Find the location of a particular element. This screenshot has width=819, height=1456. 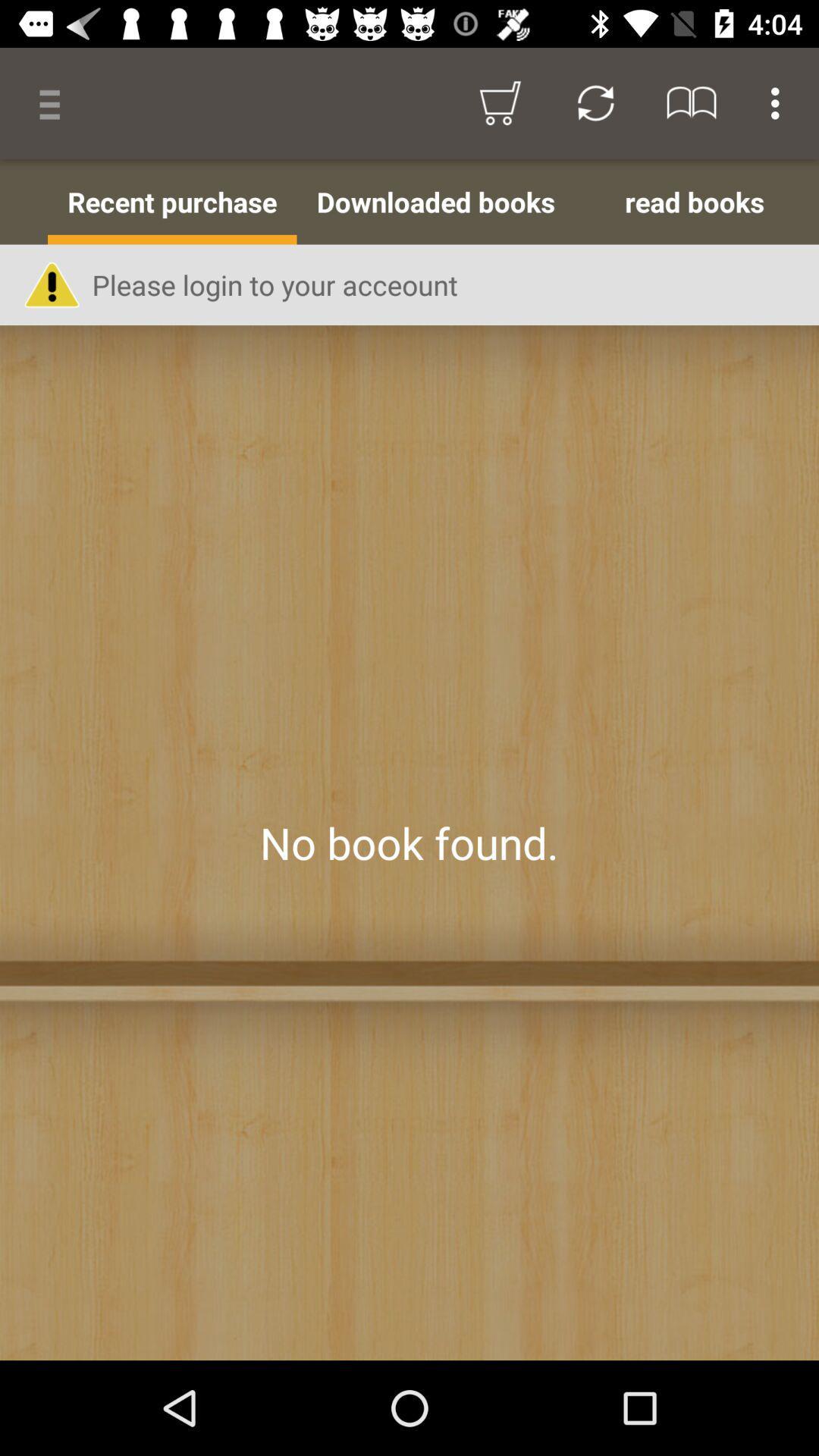

all books item is located at coordinates (24, 201).